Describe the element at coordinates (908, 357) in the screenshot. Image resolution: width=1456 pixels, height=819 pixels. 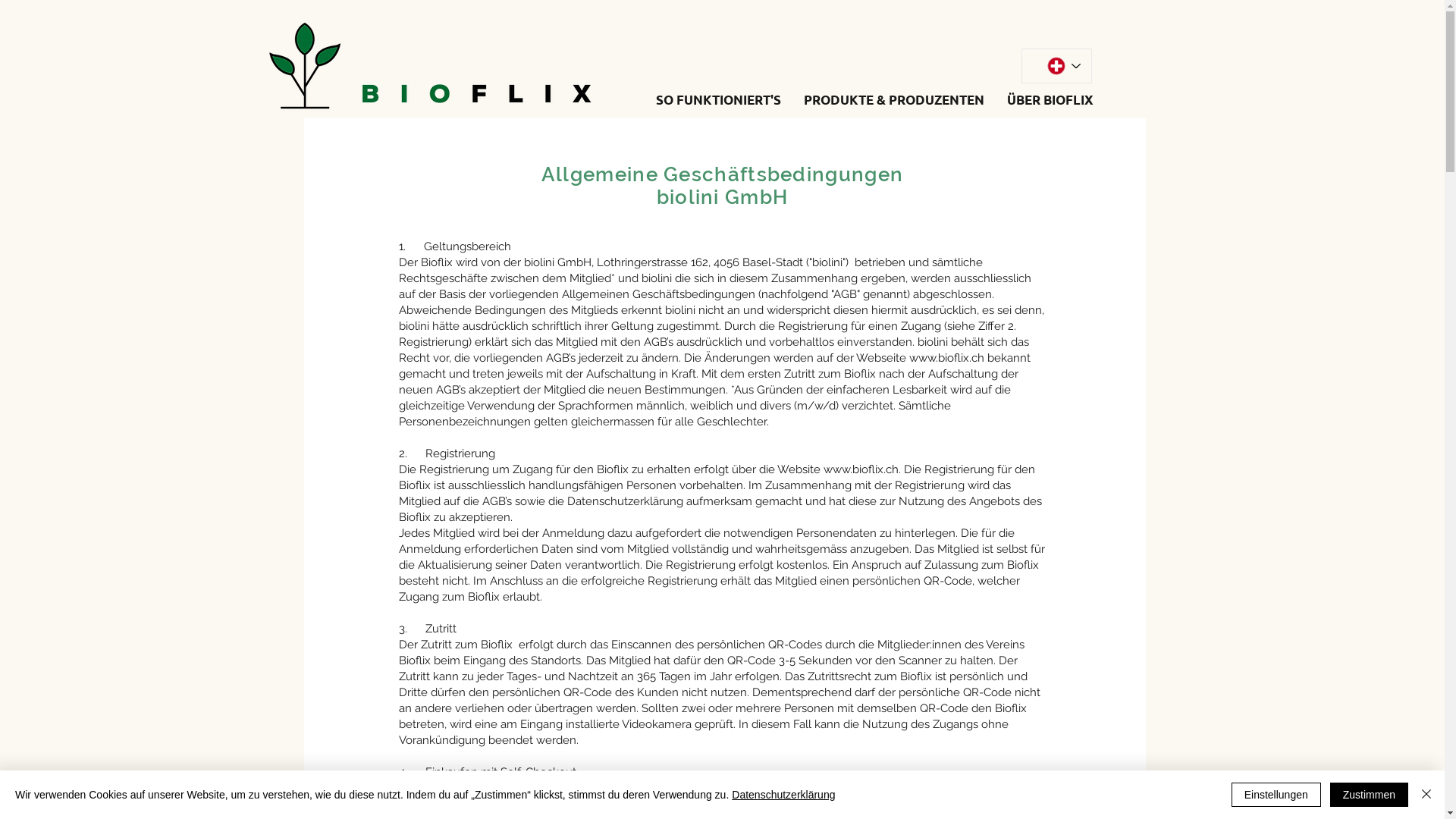
I see `'www.bioflix.ch'` at that location.